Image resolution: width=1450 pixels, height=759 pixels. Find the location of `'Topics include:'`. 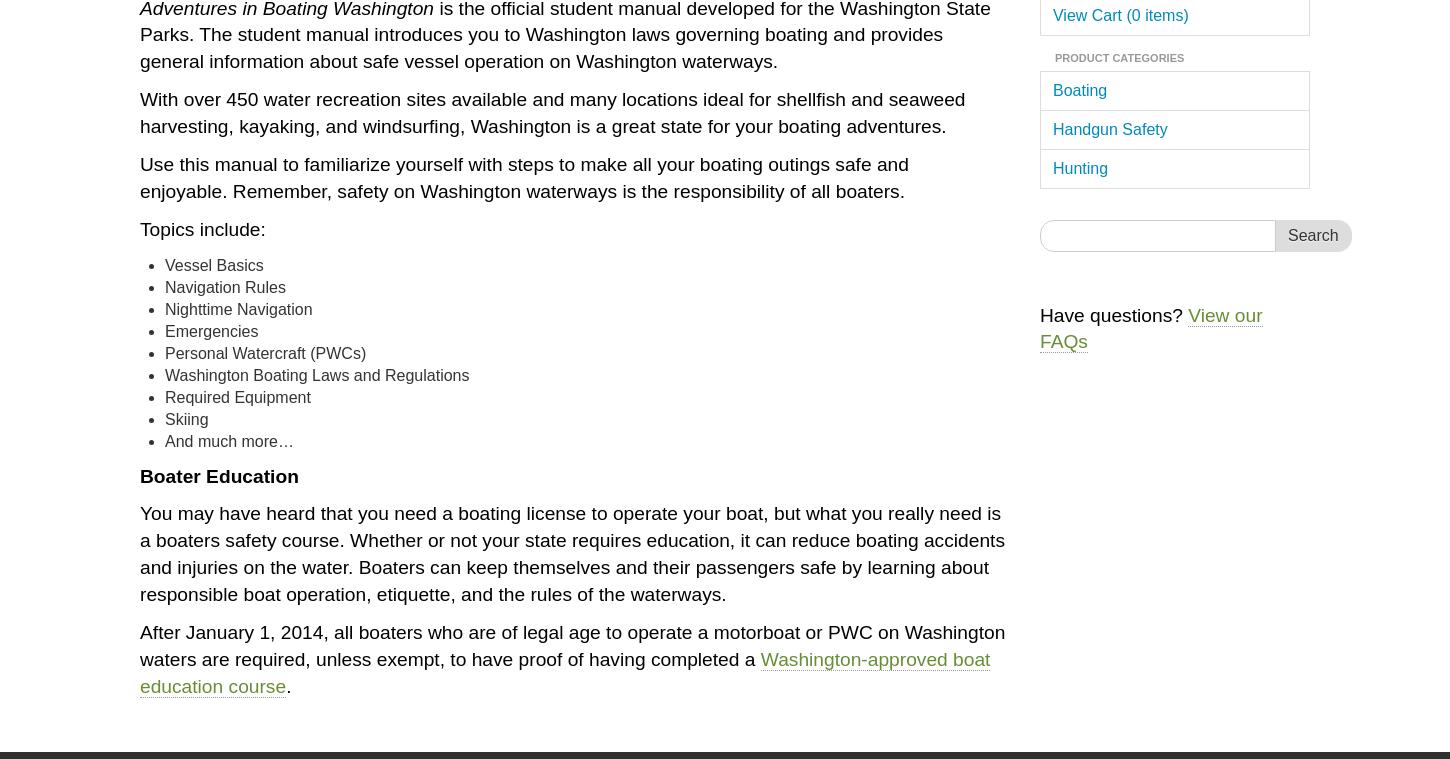

'Topics include:' is located at coordinates (139, 228).